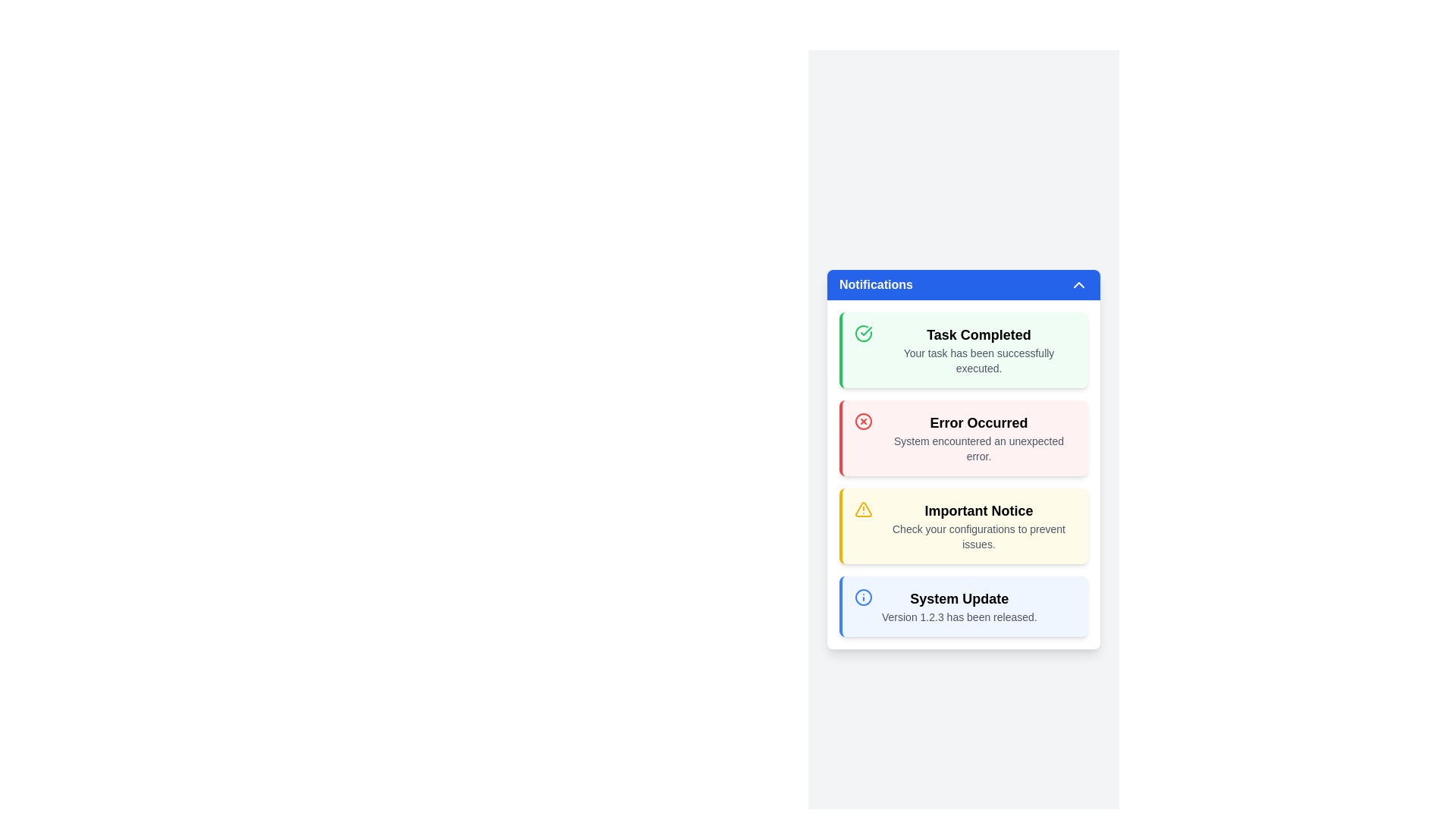 This screenshot has height=819, width=1456. I want to click on the Label element located in the top-left part of the header section with a blue background, which serves as the title for the section, so click(876, 284).